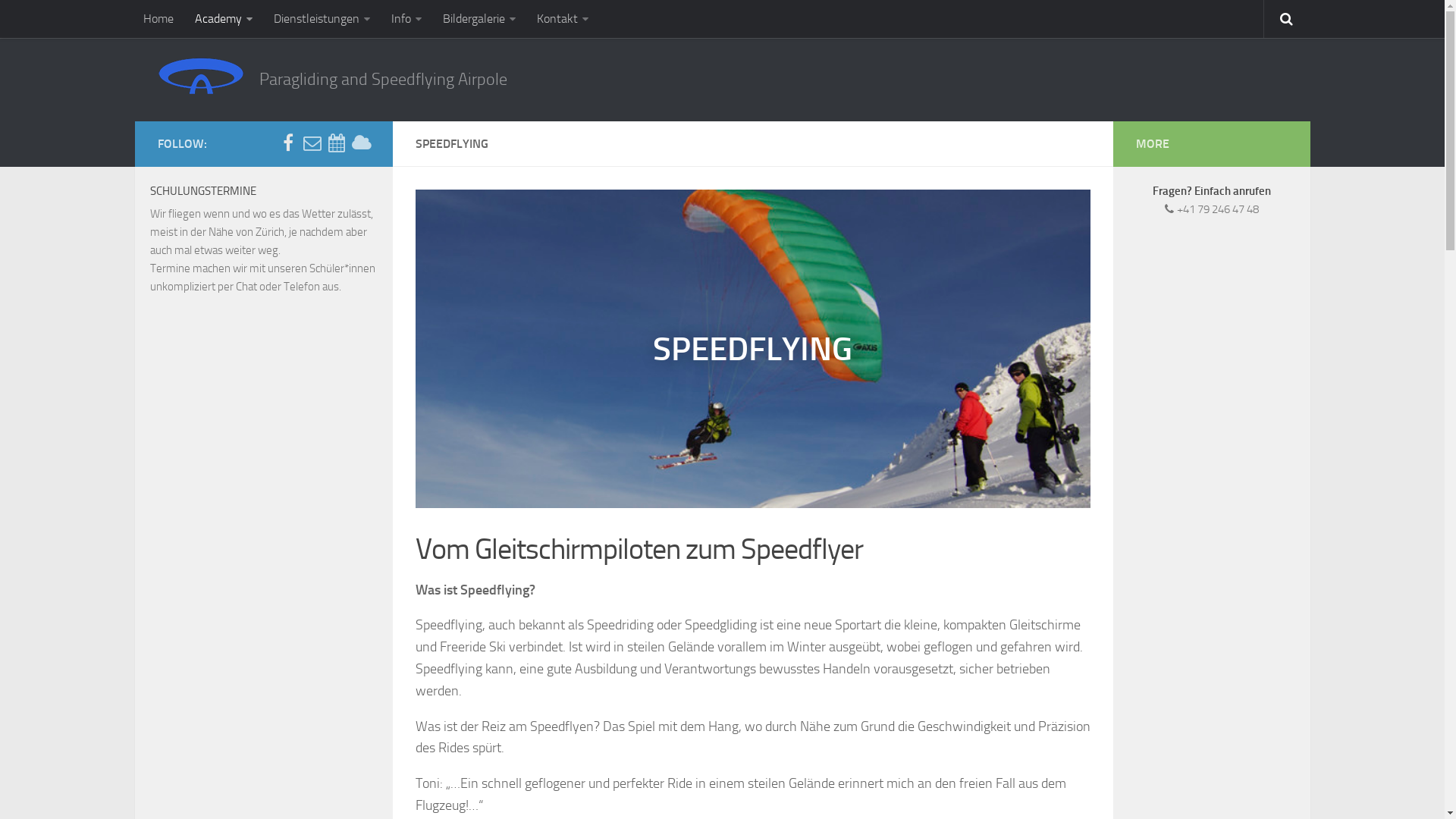 The height and width of the screenshot is (819, 1456). Describe the element at coordinates (479, 18) in the screenshot. I see `'Bildergalerie'` at that location.